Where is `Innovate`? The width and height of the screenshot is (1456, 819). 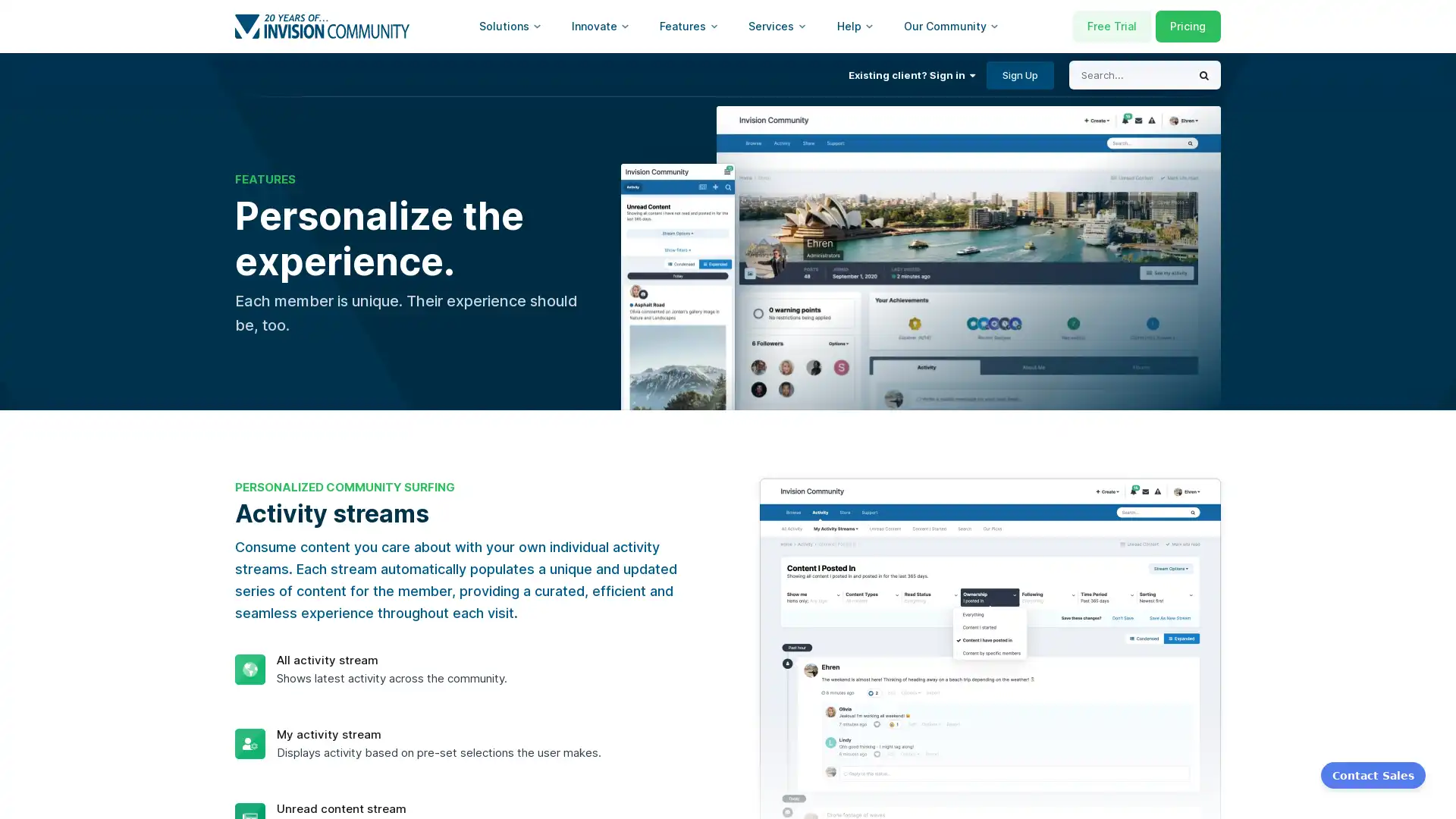
Innovate is located at coordinates (600, 26).